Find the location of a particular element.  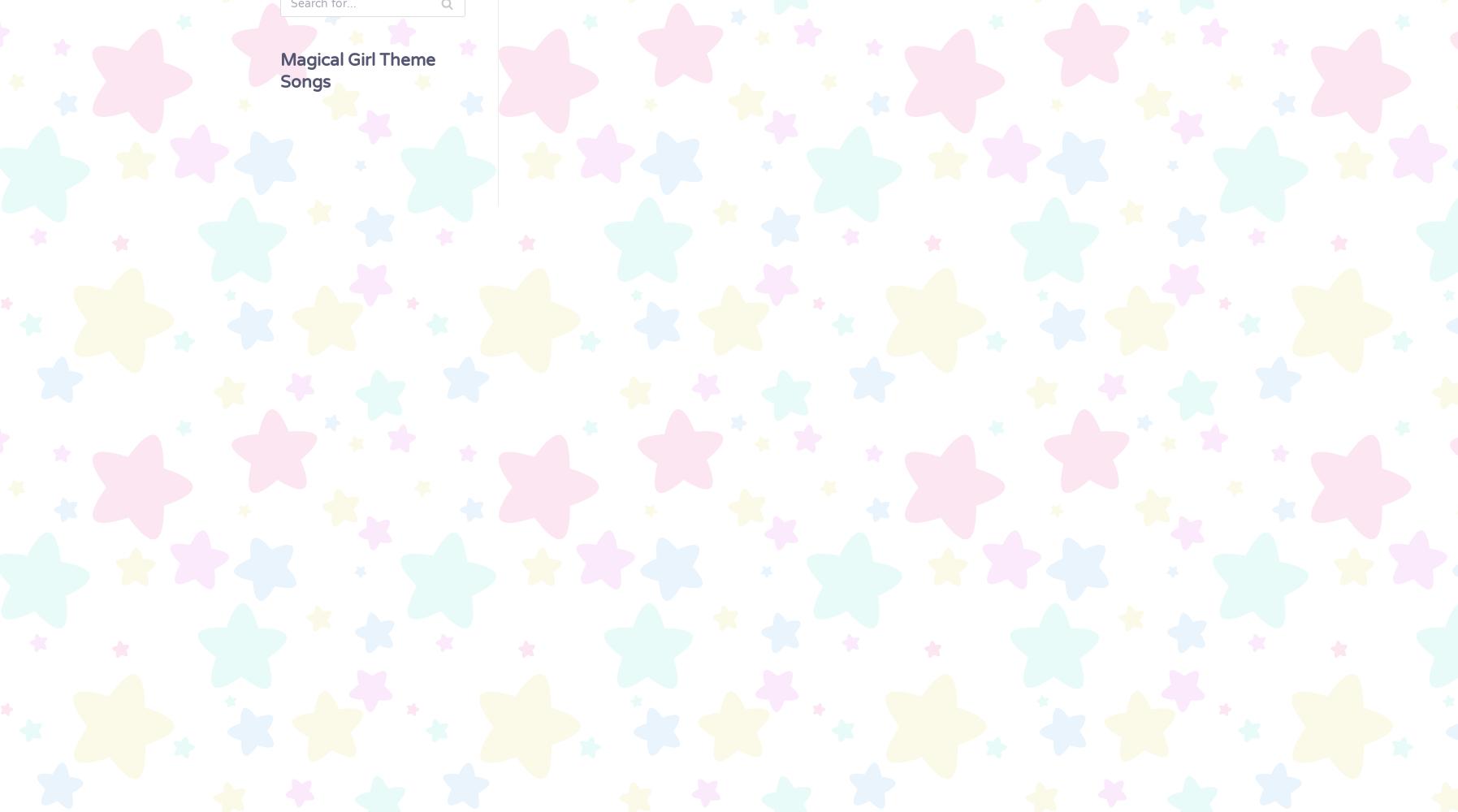

'Princess' is located at coordinates (54, 78).